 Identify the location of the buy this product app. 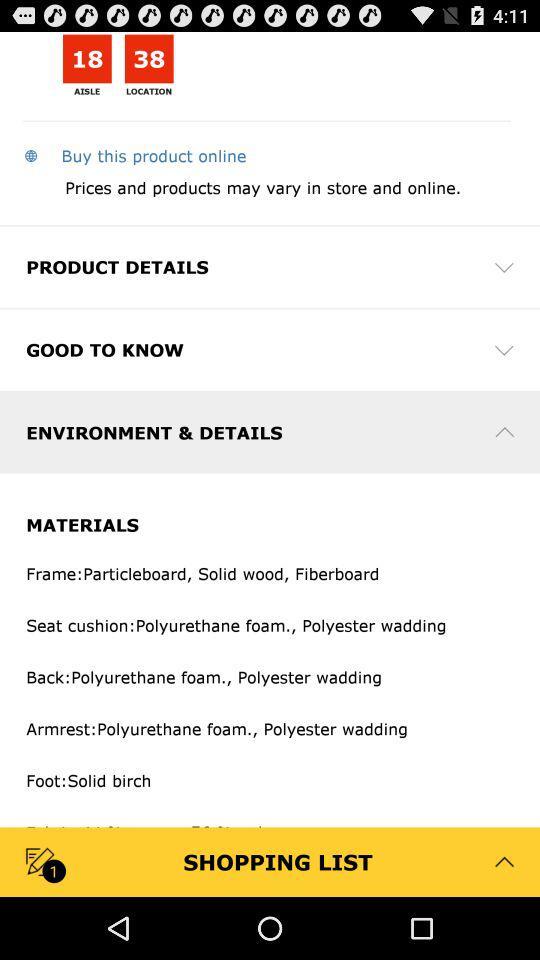
(134, 154).